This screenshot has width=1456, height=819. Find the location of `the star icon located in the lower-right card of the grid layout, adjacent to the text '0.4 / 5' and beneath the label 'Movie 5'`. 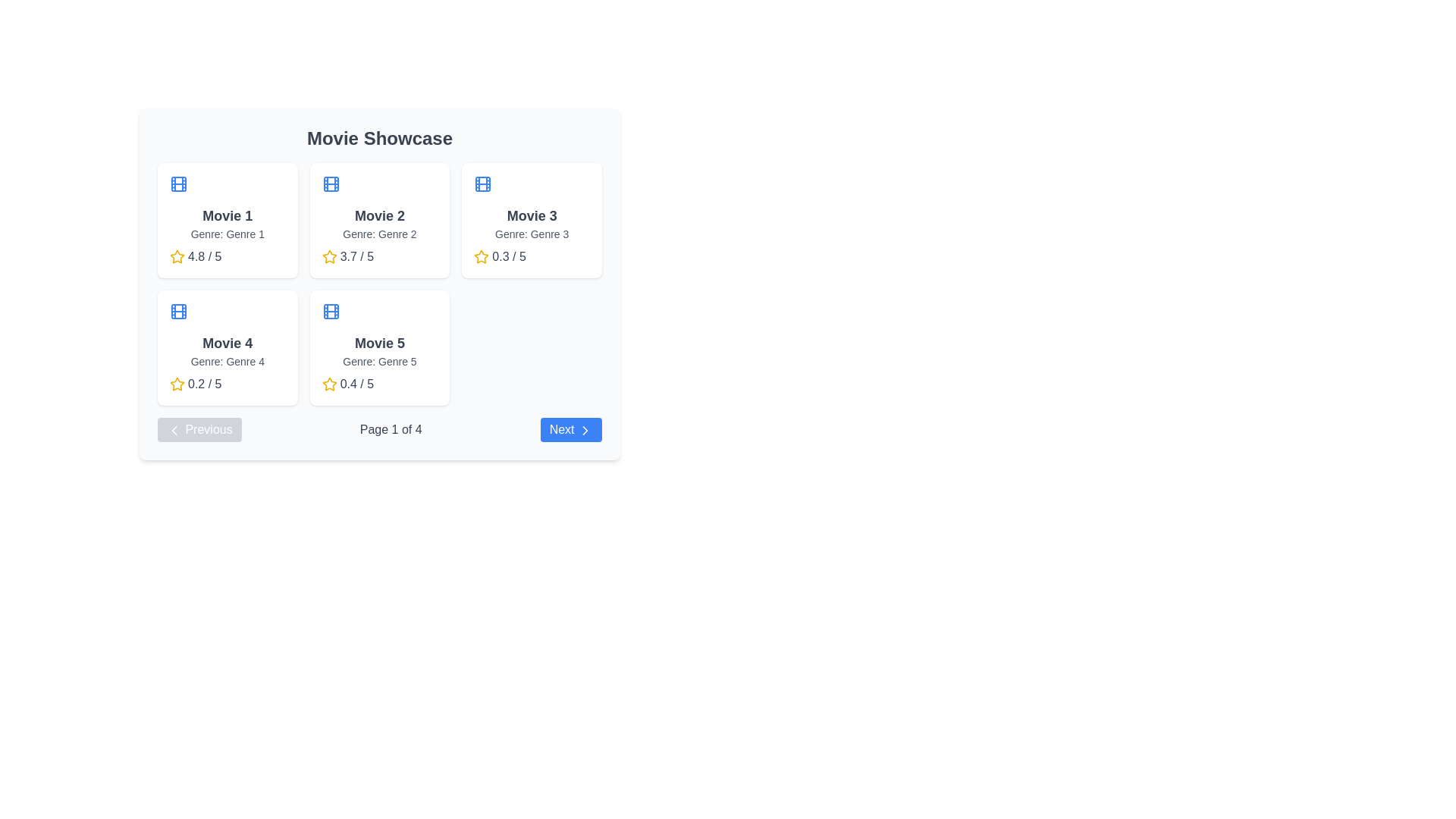

the star icon located in the lower-right card of the grid layout, adjacent to the text '0.4 / 5' and beneath the label 'Movie 5' is located at coordinates (328, 383).